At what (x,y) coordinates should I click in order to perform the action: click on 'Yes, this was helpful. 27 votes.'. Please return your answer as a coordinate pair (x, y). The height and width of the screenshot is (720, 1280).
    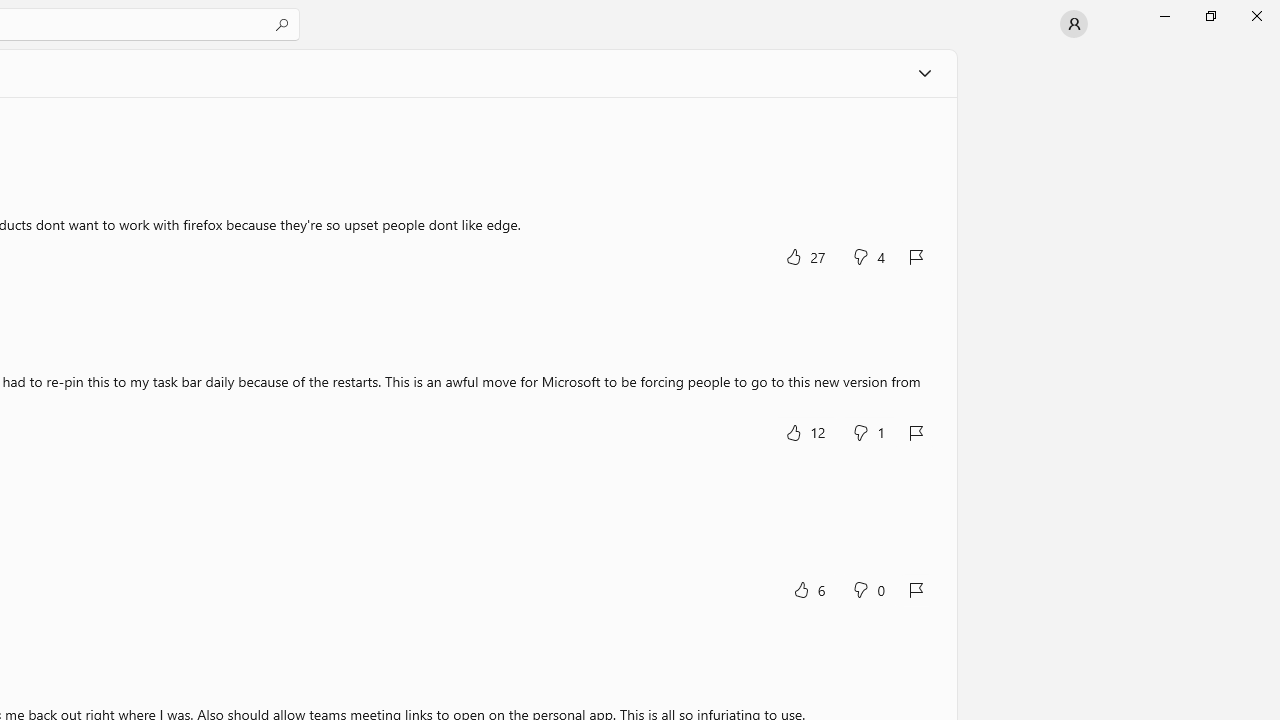
    Looking at the image, I should click on (805, 255).